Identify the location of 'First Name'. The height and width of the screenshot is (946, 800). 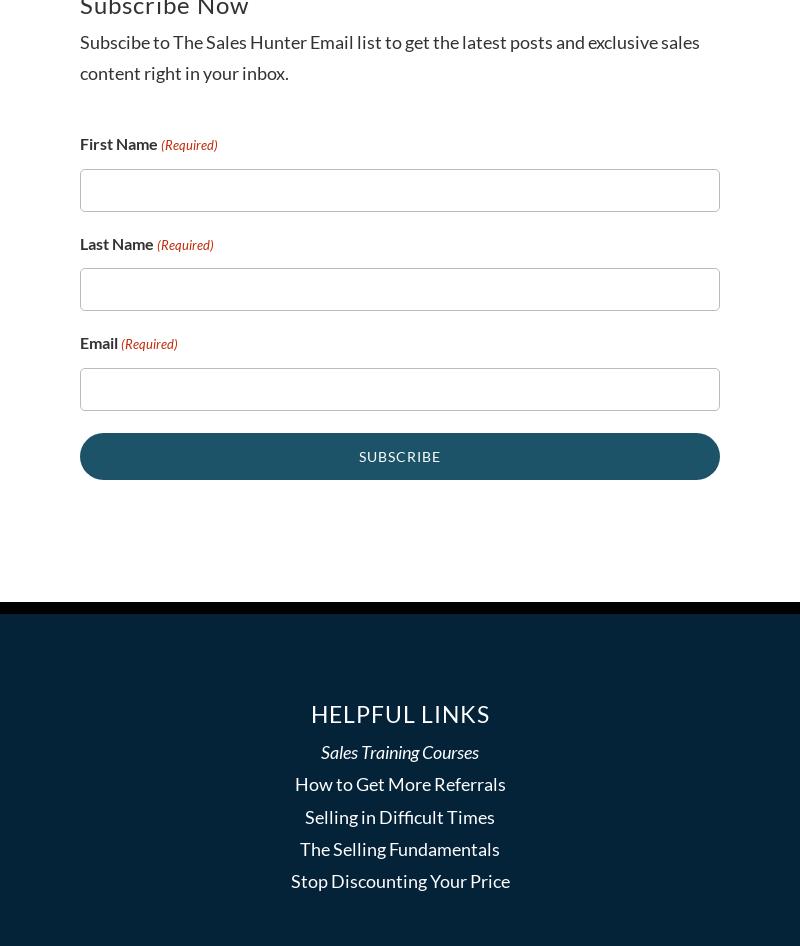
(117, 142).